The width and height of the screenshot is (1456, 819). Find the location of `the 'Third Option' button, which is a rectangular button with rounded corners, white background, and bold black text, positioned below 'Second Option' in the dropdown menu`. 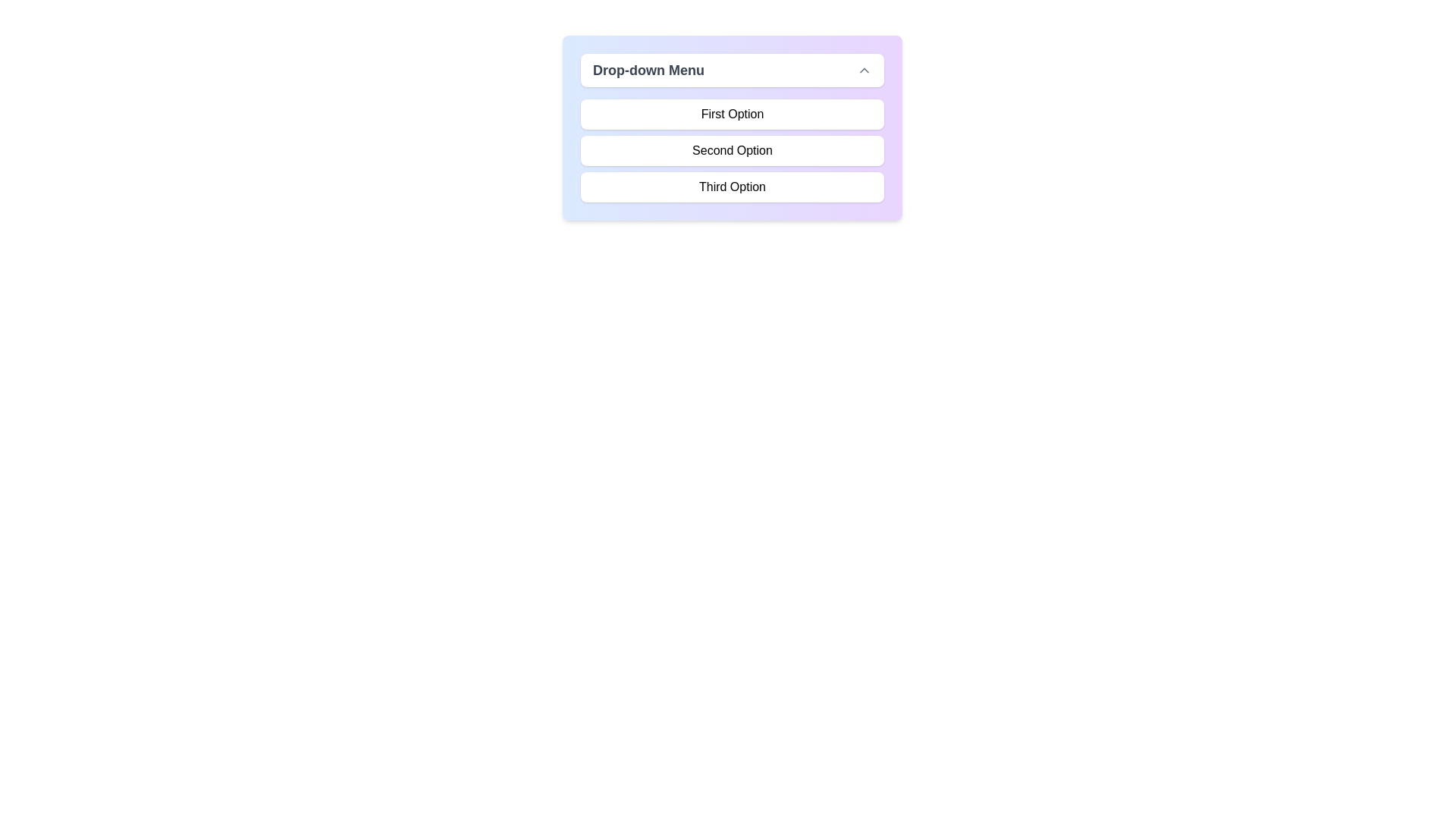

the 'Third Option' button, which is a rectangular button with rounded corners, white background, and bold black text, positioned below 'Second Option' in the dropdown menu is located at coordinates (732, 186).